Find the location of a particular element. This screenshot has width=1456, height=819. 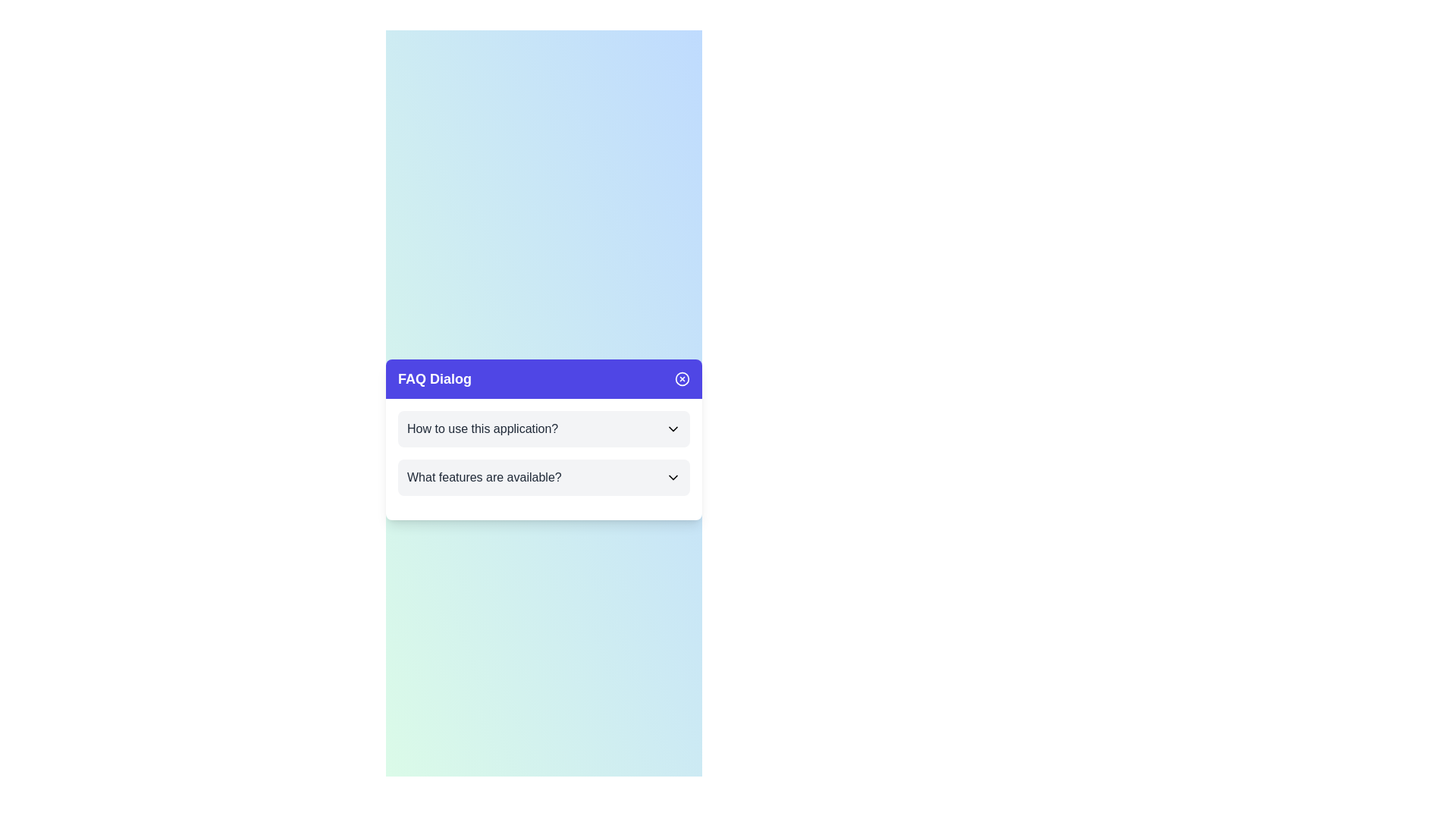

the FAQ item titled 'How to use this application?' to expand or collapse it is located at coordinates (544, 429).